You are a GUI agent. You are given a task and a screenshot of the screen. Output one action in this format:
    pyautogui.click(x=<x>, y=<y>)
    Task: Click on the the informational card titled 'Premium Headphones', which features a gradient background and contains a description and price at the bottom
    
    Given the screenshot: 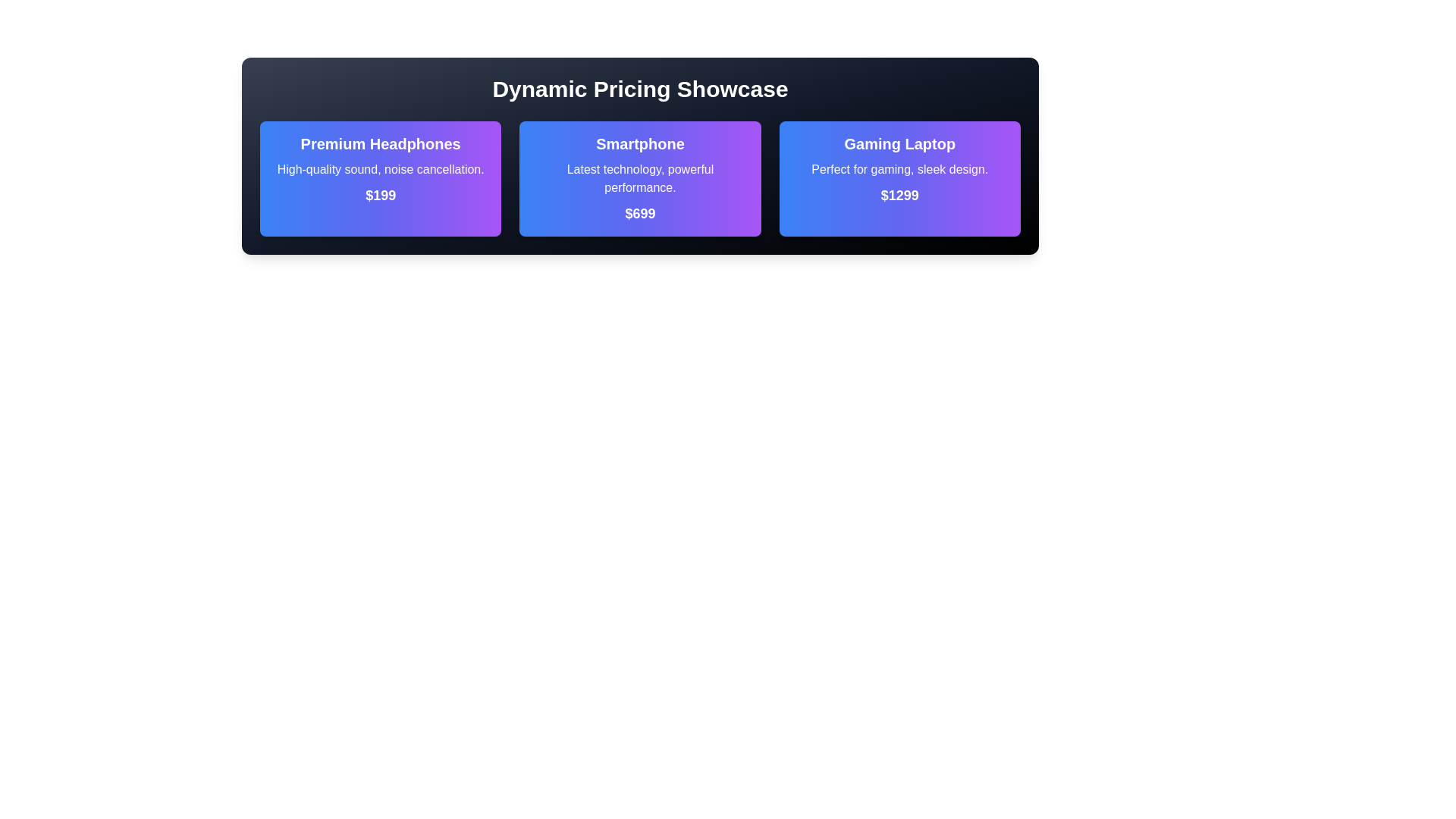 What is the action you would take?
    pyautogui.click(x=381, y=177)
    